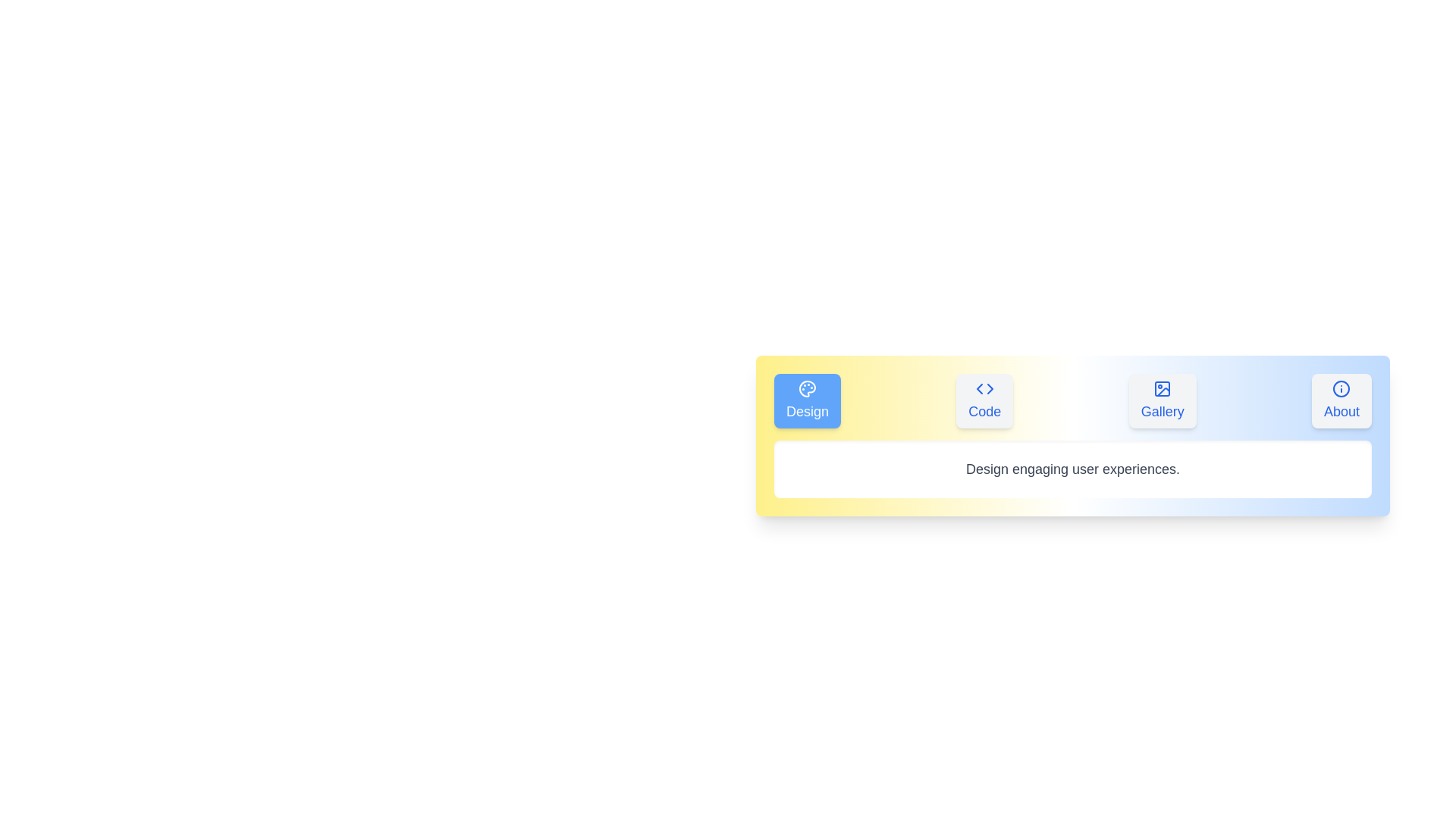  I want to click on the tab labeled Gallery to switch to its content, so click(1161, 400).